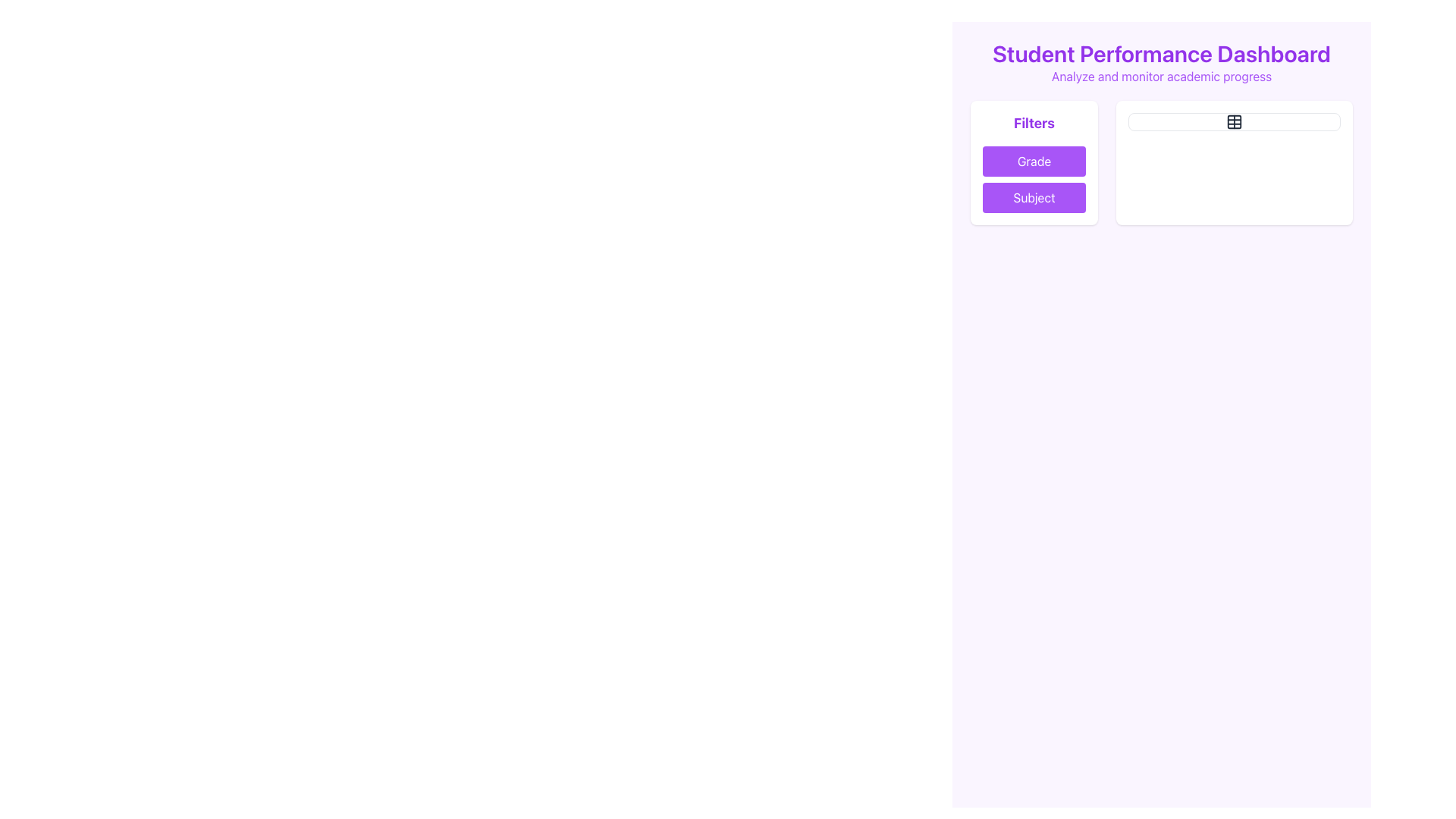 This screenshot has width=1456, height=819. What do you see at coordinates (1160, 52) in the screenshot?
I see `title 'Student Performance Dashboard', which is a bold, large-sized text element centered near the top of the main layout` at bounding box center [1160, 52].